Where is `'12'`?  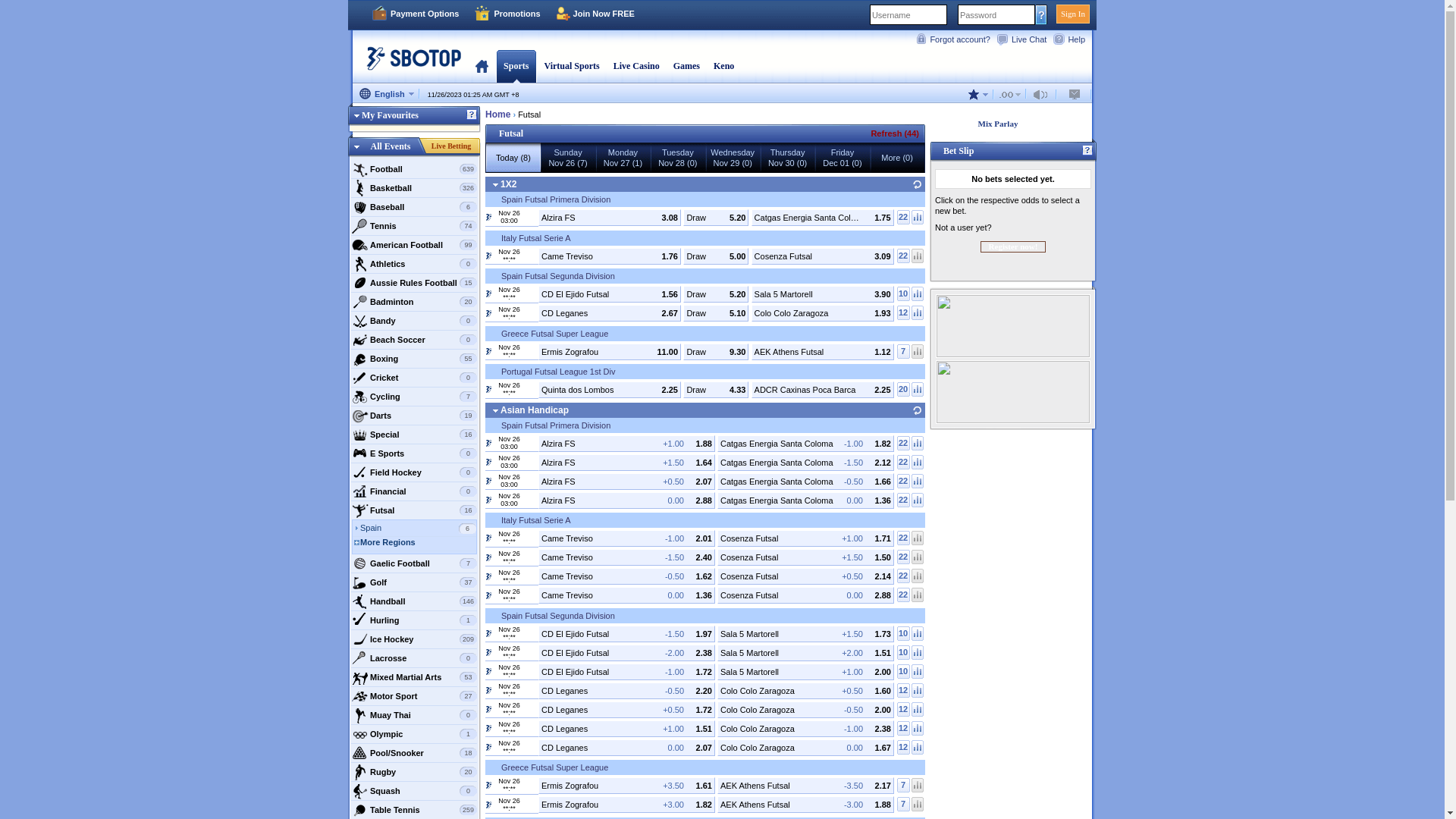
'12' is located at coordinates (903, 689).